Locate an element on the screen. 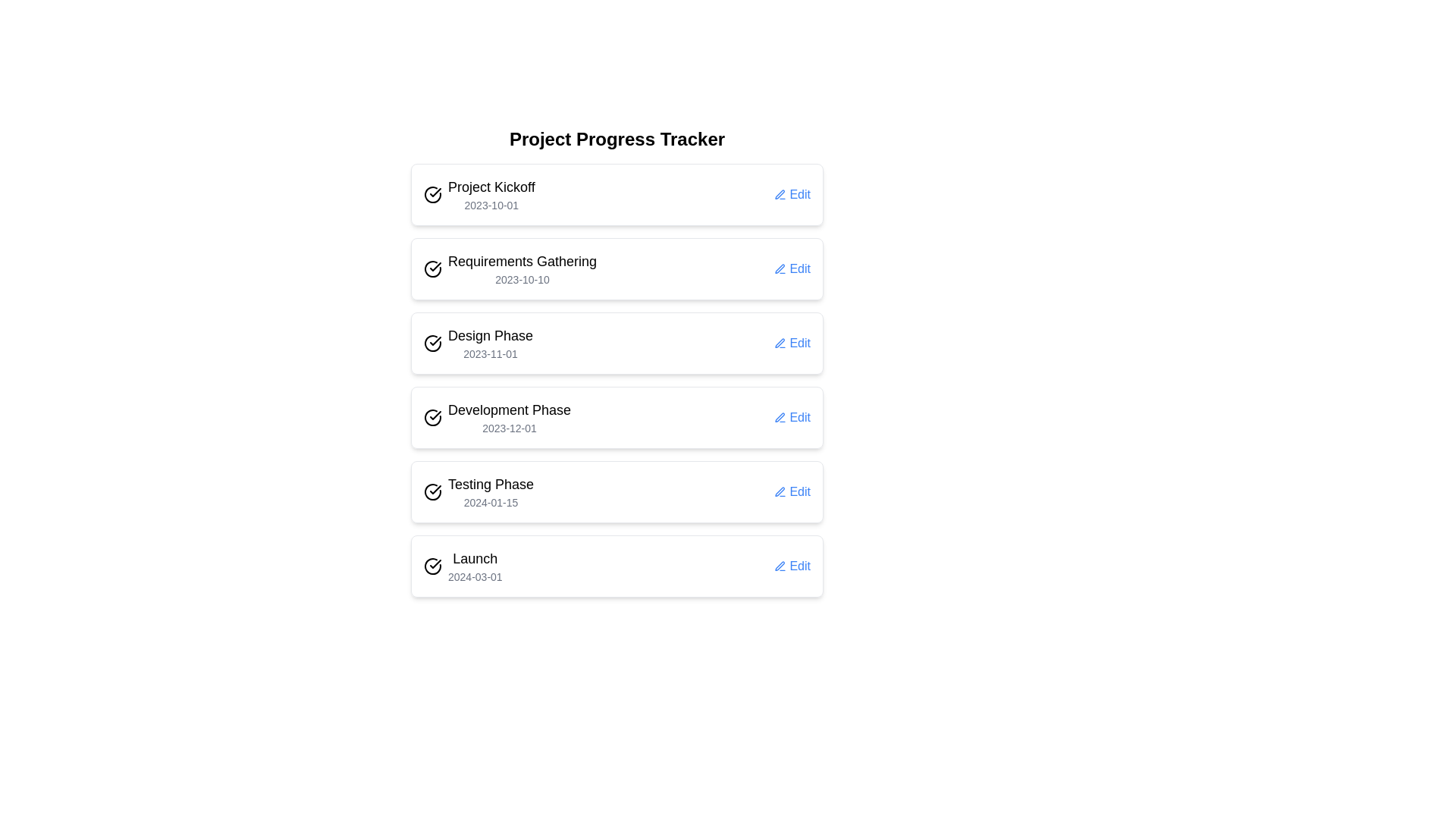  the circular icon with a checkmark inside, which is positioned to the left of the 'Launch' label and date information is located at coordinates (432, 566).